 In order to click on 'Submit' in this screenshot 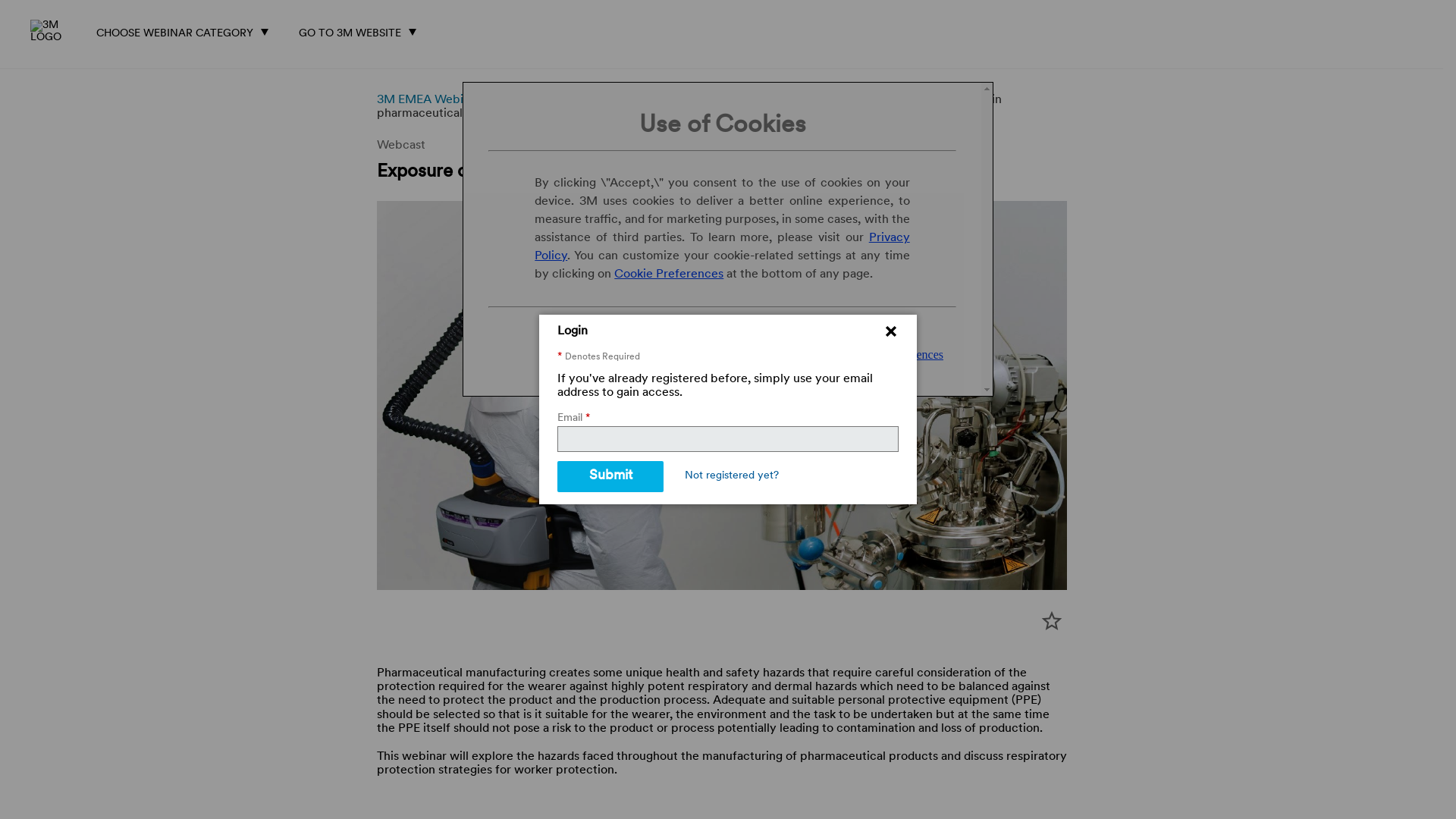, I will do `click(556, 475)`.